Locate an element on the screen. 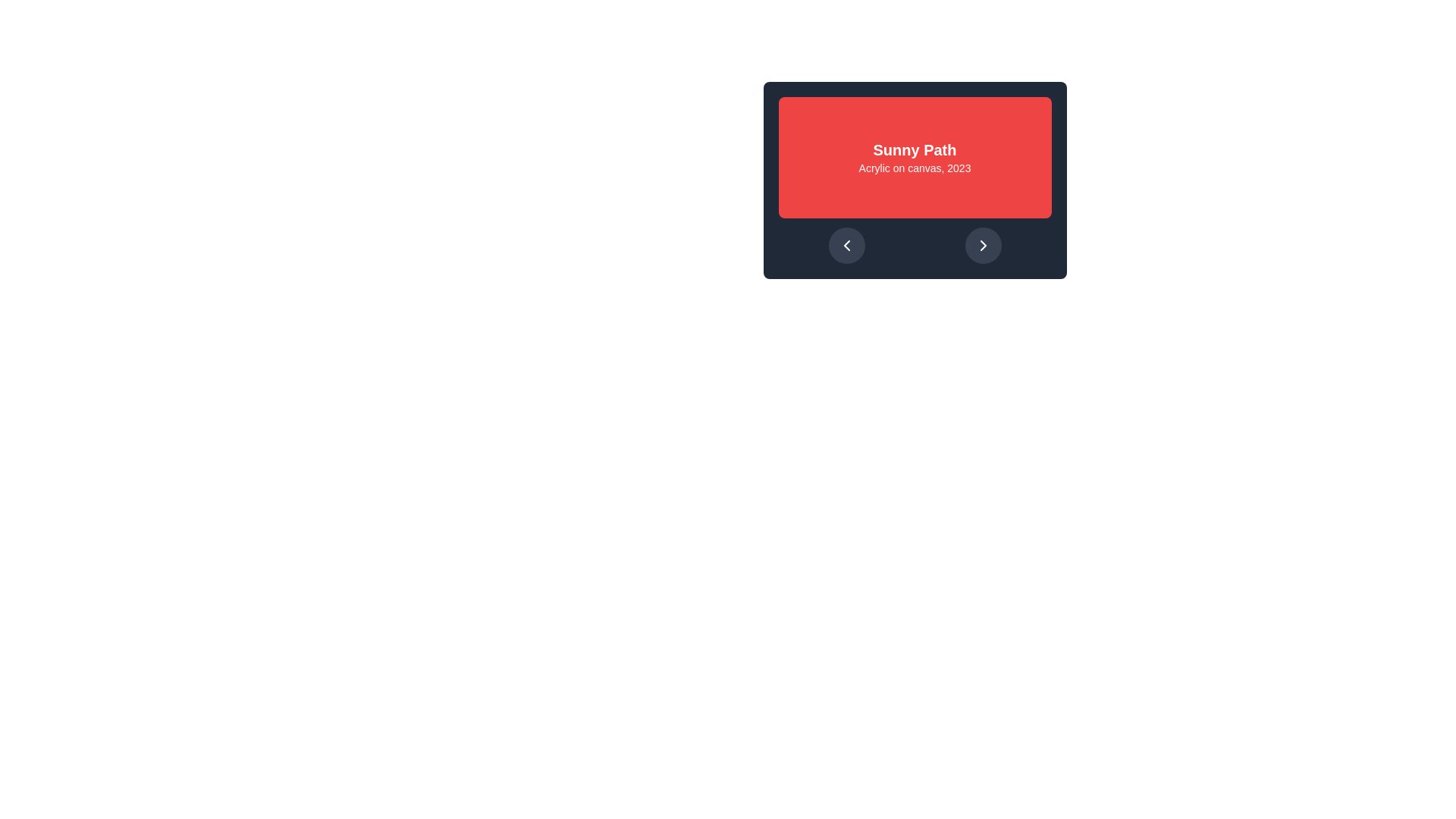  the right-facing chevron icon-based button within a dark gray circular button in the navigation control bar is located at coordinates (983, 245).